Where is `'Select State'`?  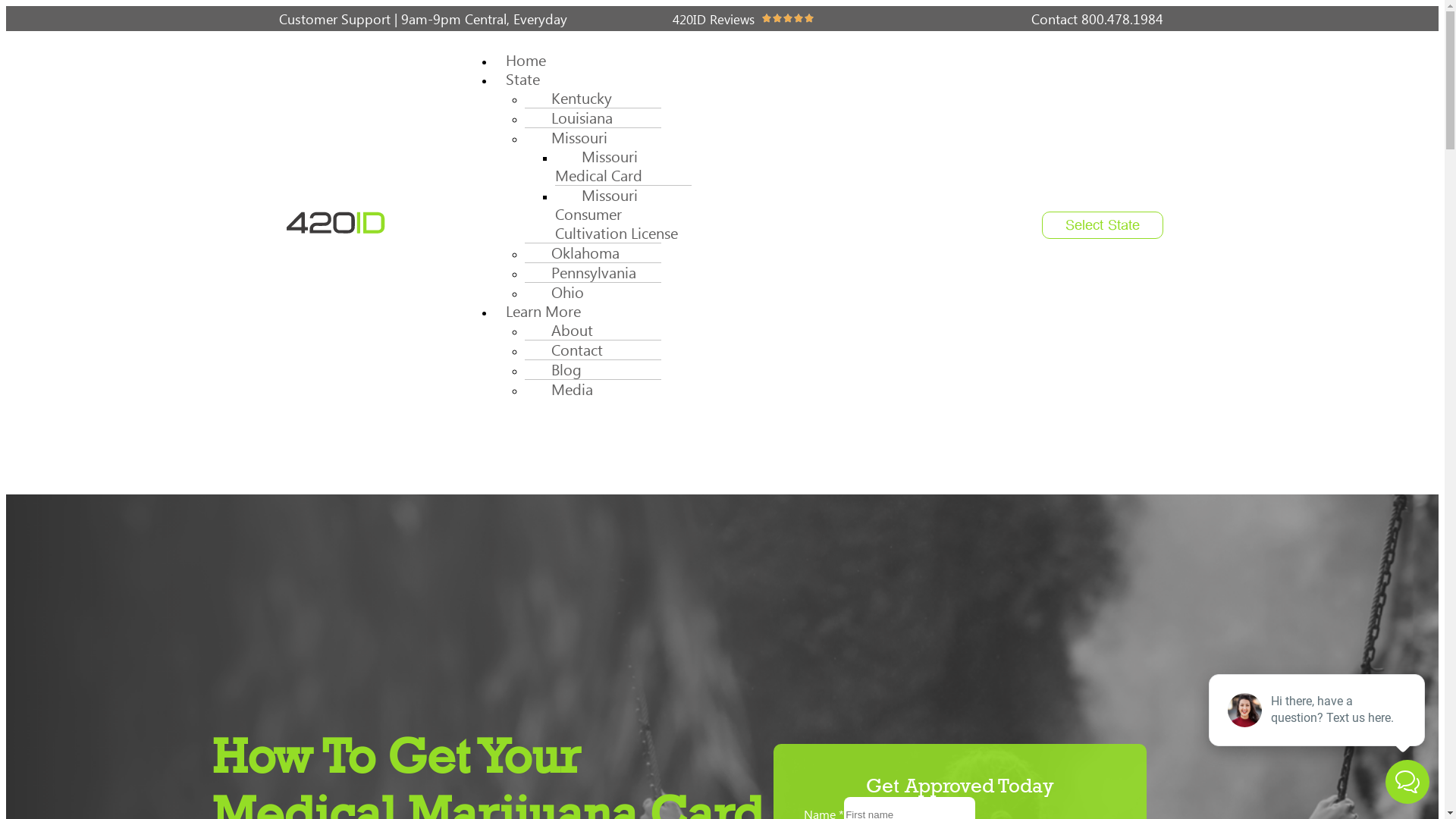 'Select State' is located at coordinates (1103, 224).